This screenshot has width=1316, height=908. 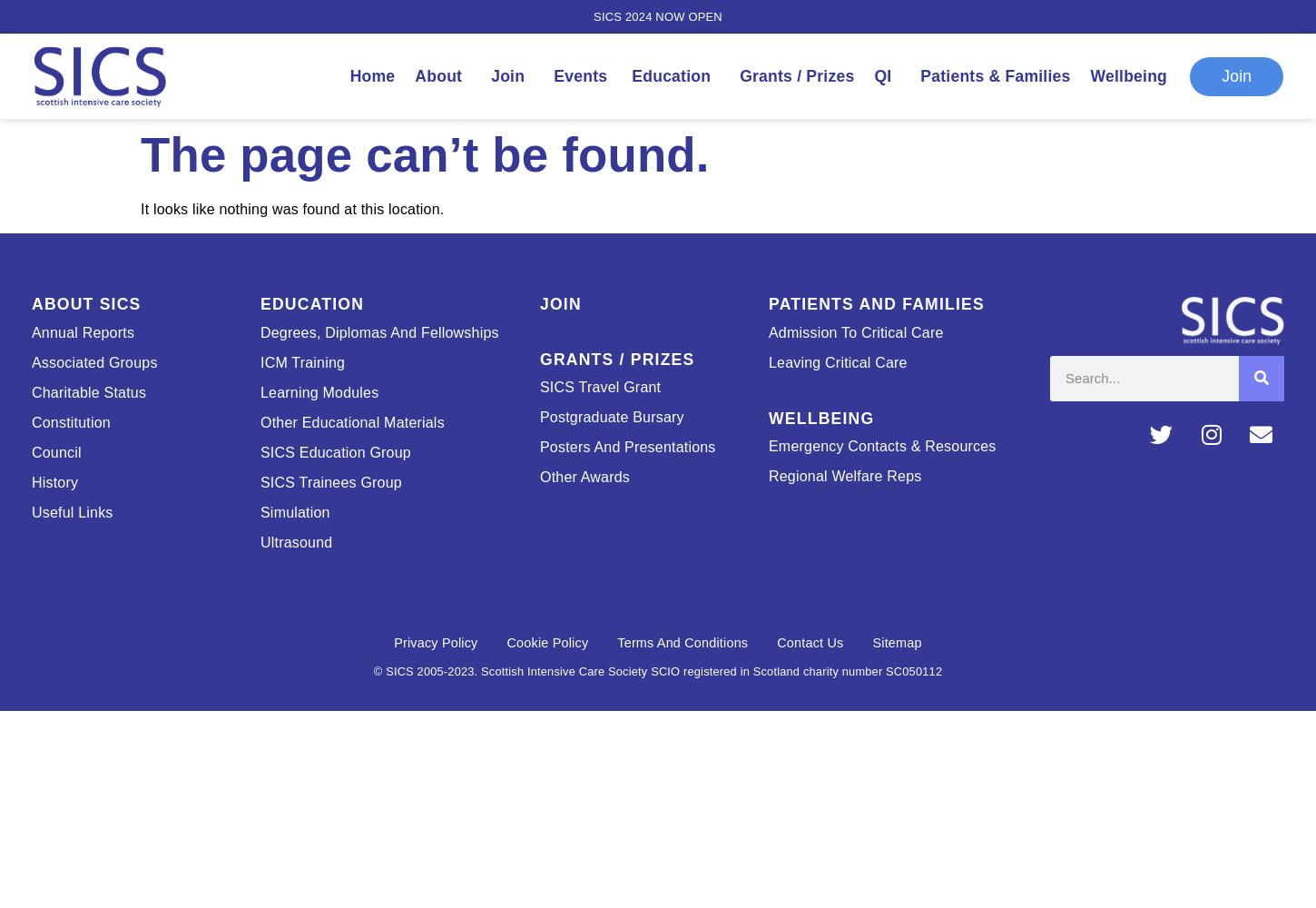 What do you see at coordinates (292, 207) in the screenshot?
I see `'It looks like nothing was found at this location.'` at bounding box center [292, 207].